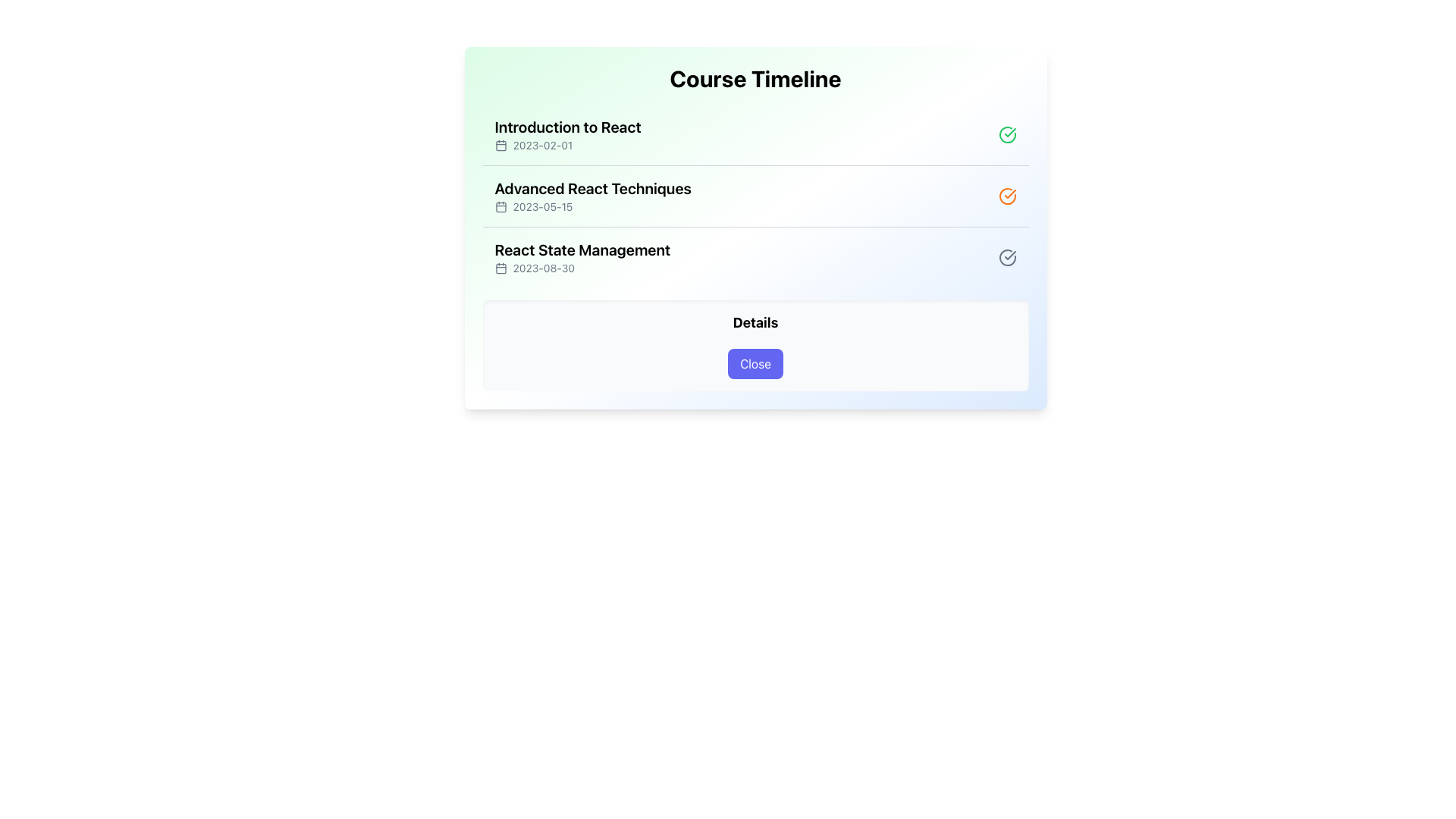 Image resolution: width=1456 pixels, height=819 pixels. I want to click on the state of the green checkmark icon located in the top-right corner of the interface, aligned with the 'Advanced React Techniques' item, so click(1009, 131).